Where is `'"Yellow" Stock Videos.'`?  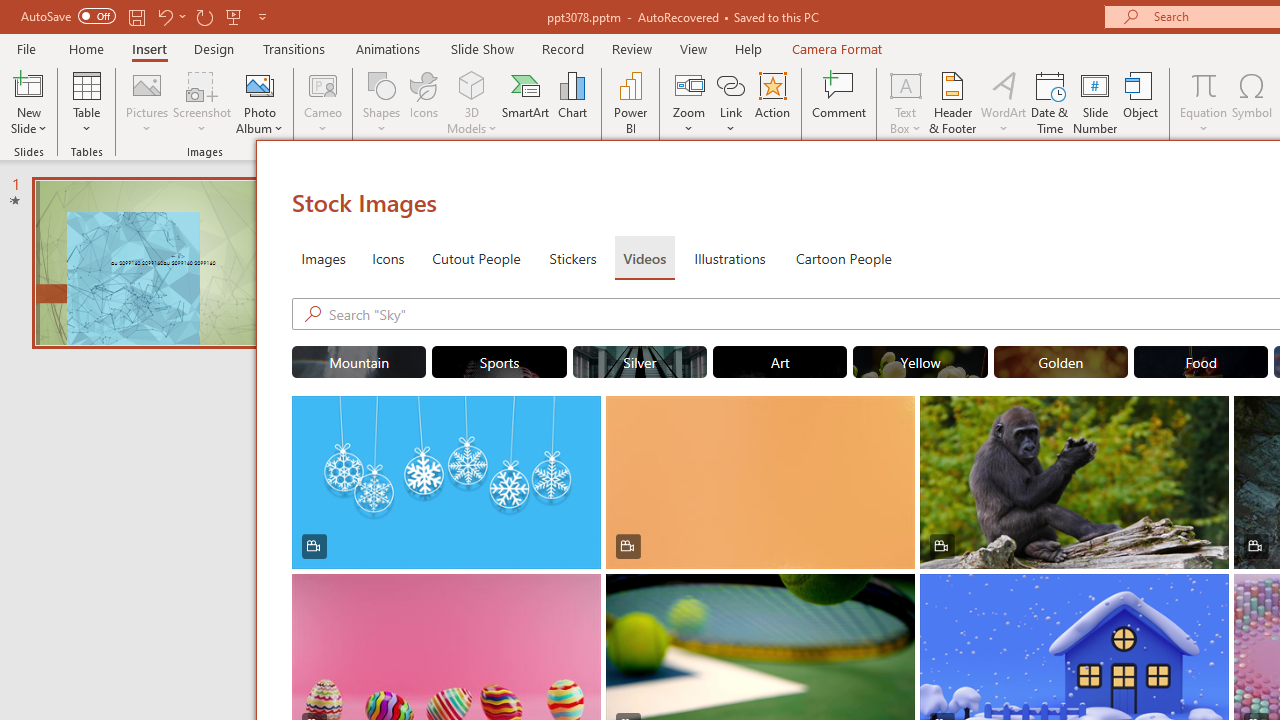
'"Yellow" Stock Videos.' is located at coordinates (919, 362).